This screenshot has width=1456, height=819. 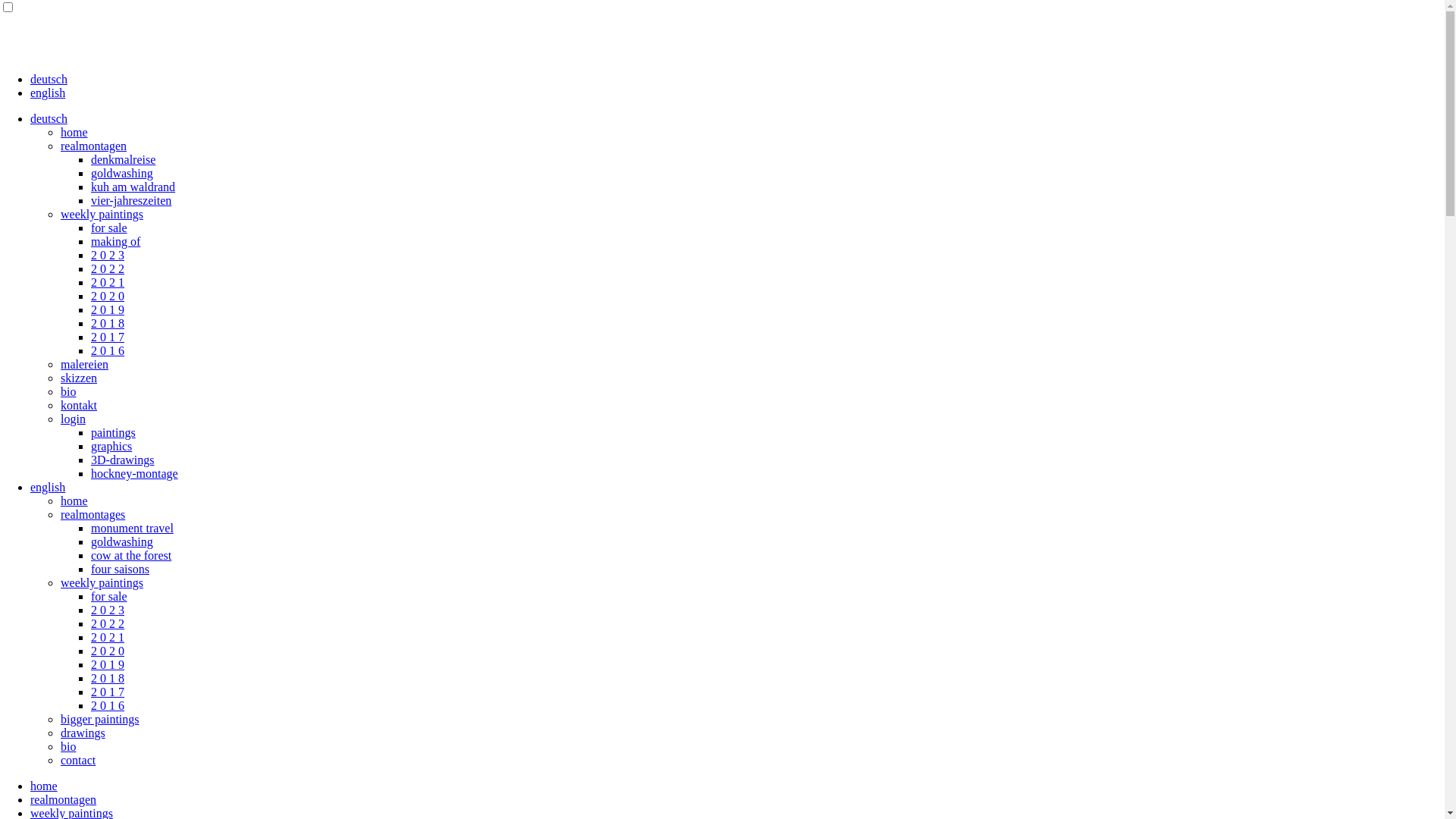 I want to click on 'english', so click(x=47, y=487).